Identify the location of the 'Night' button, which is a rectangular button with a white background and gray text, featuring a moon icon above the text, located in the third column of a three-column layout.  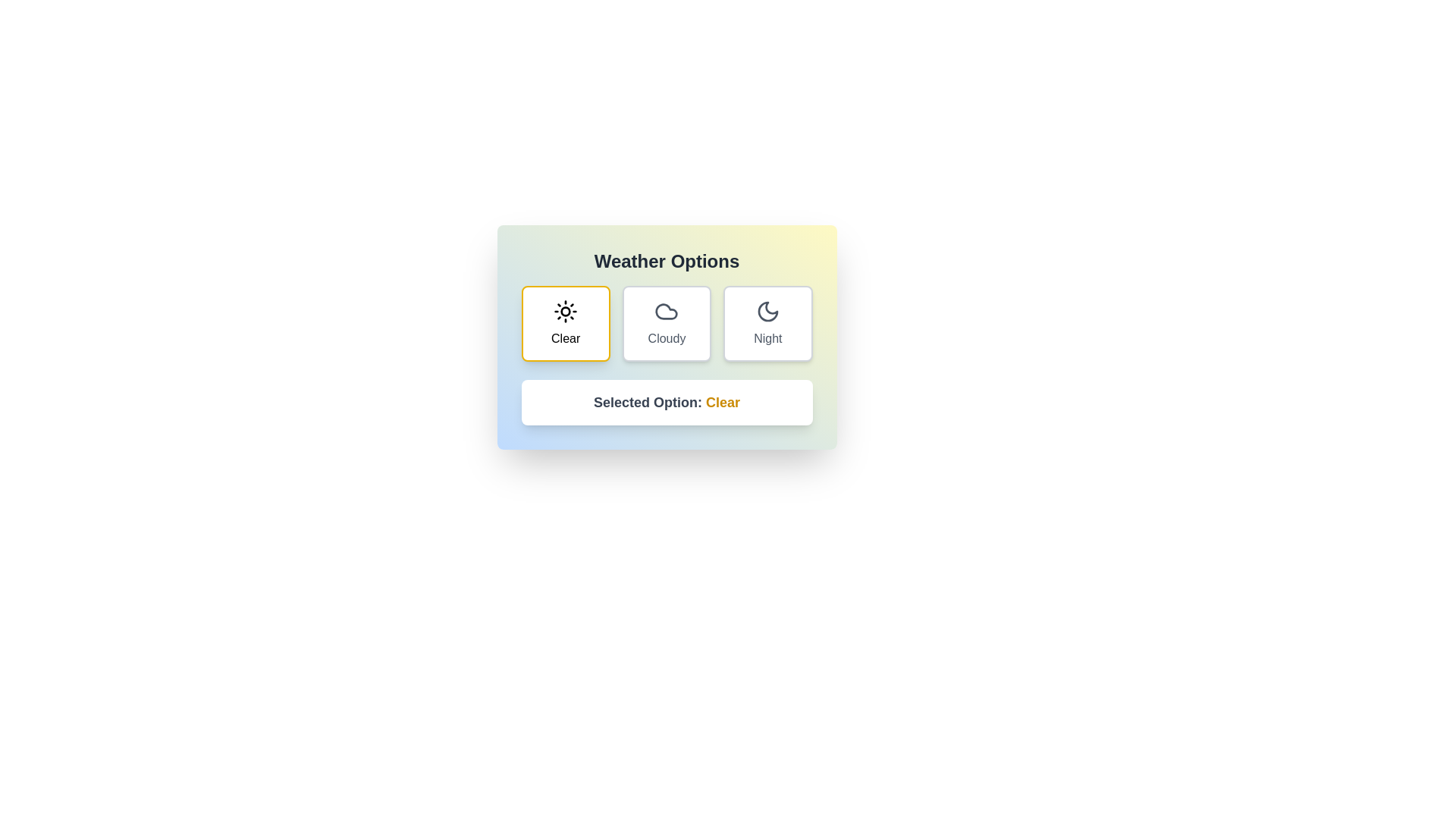
(767, 323).